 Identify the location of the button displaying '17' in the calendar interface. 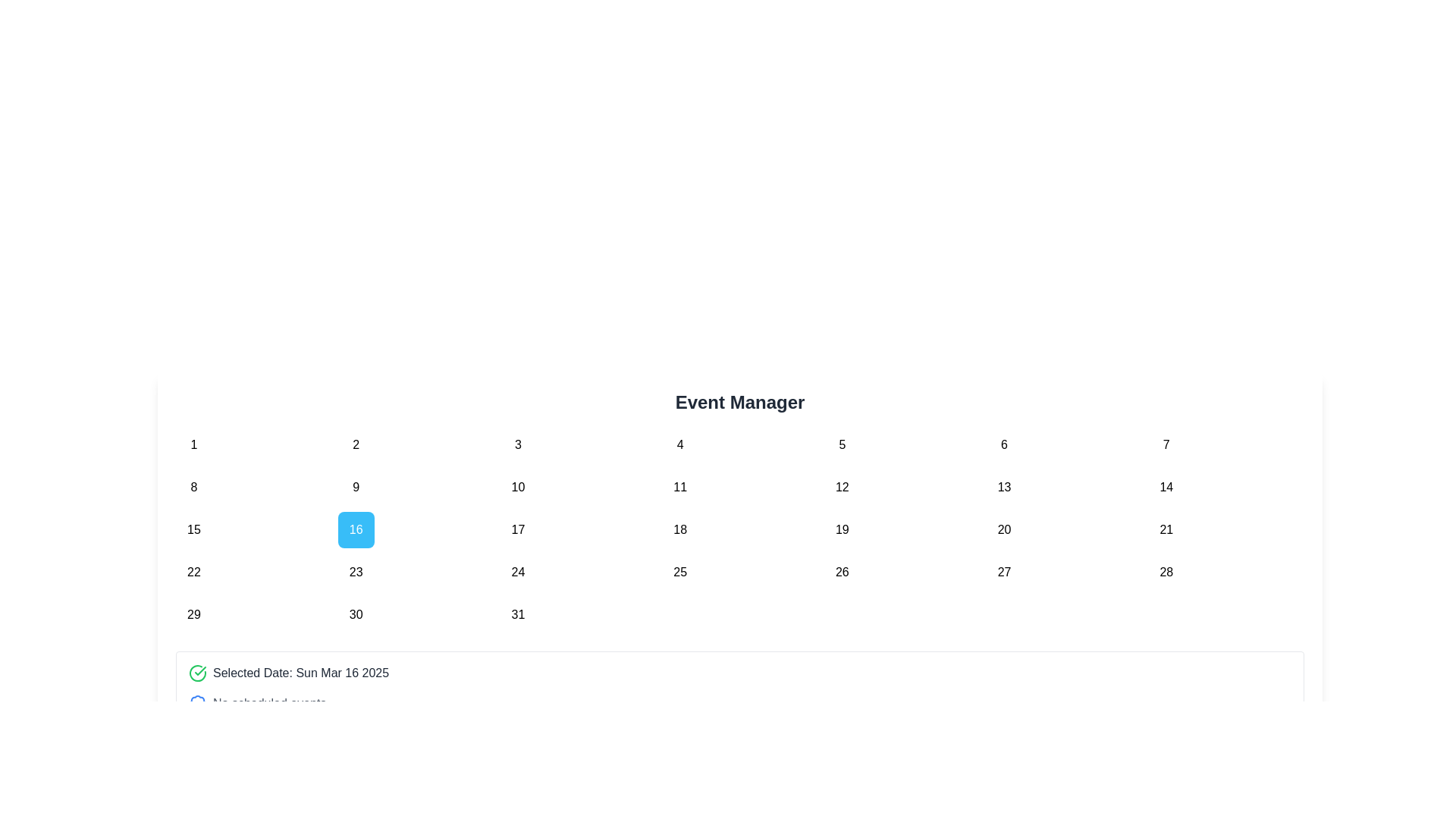
(518, 529).